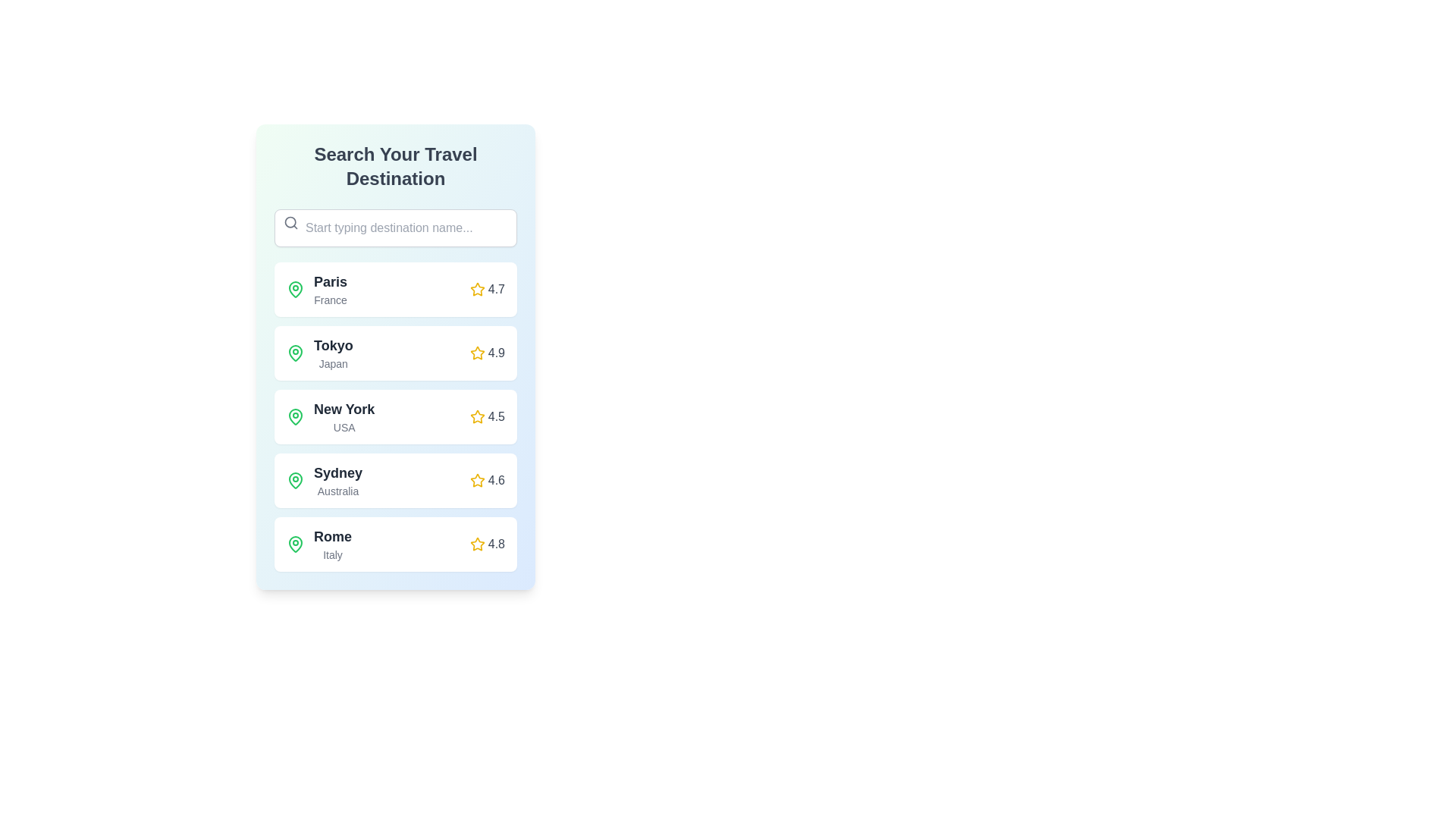 The width and height of the screenshot is (1456, 819). What do you see at coordinates (295, 289) in the screenshot?
I see `the leftmost icon associated with the label 'Paris France' in the vertical list of destinations` at bounding box center [295, 289].